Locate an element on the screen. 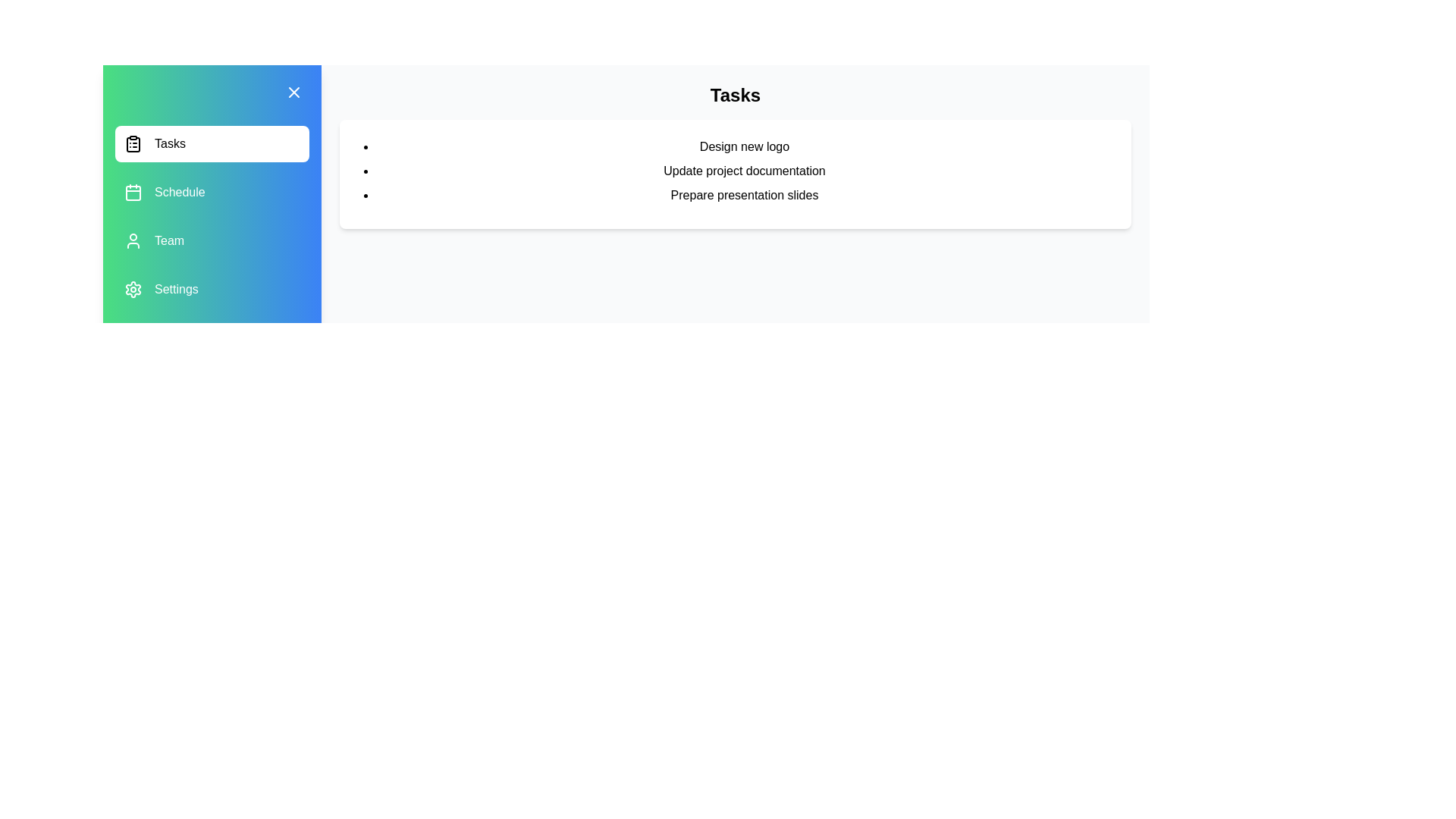 The image size is (1456, 819). the menu item Settings to observe the hover effect is located at coordinates (211, 289).